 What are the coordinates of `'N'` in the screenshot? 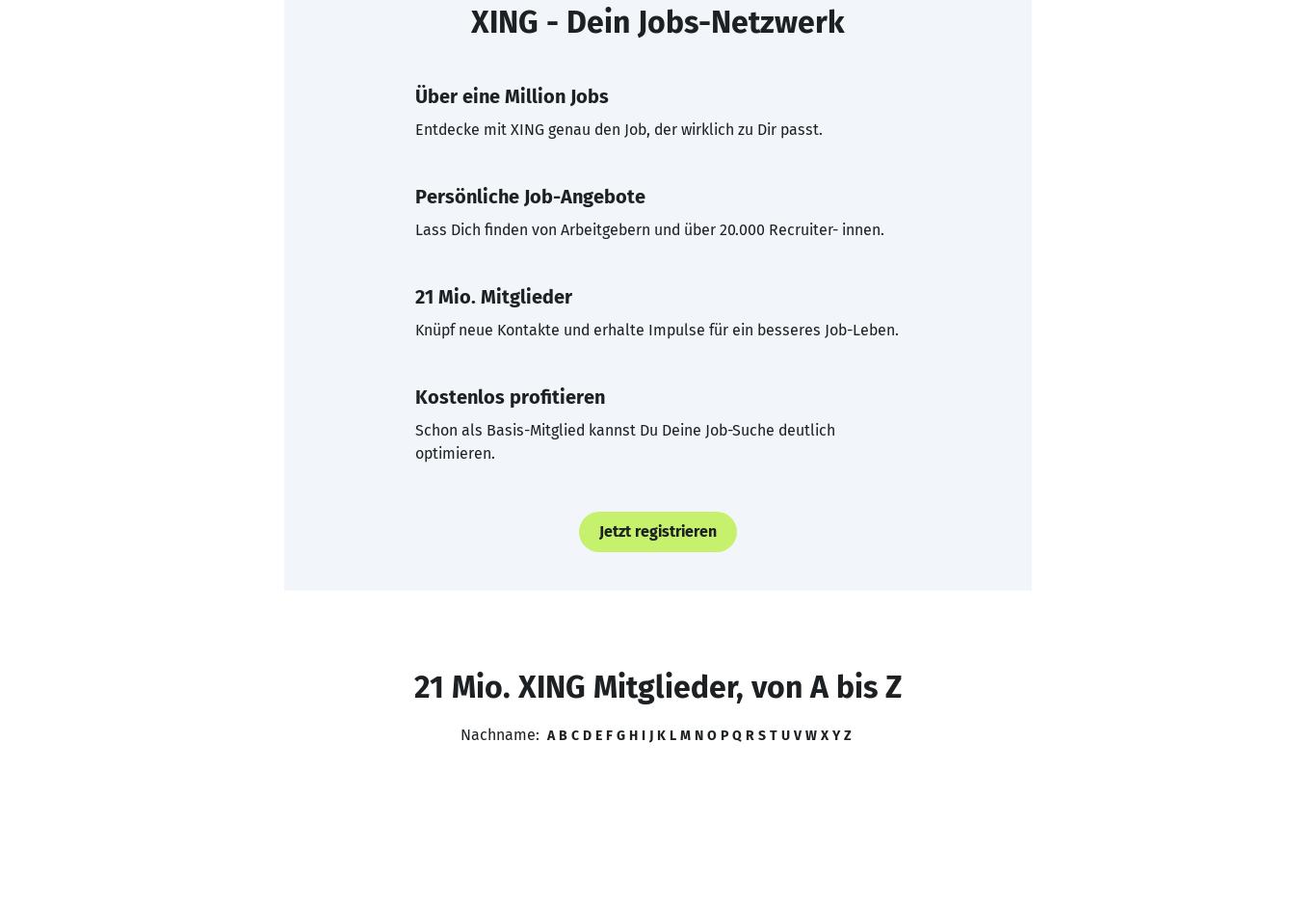 It's located at (697, 734).